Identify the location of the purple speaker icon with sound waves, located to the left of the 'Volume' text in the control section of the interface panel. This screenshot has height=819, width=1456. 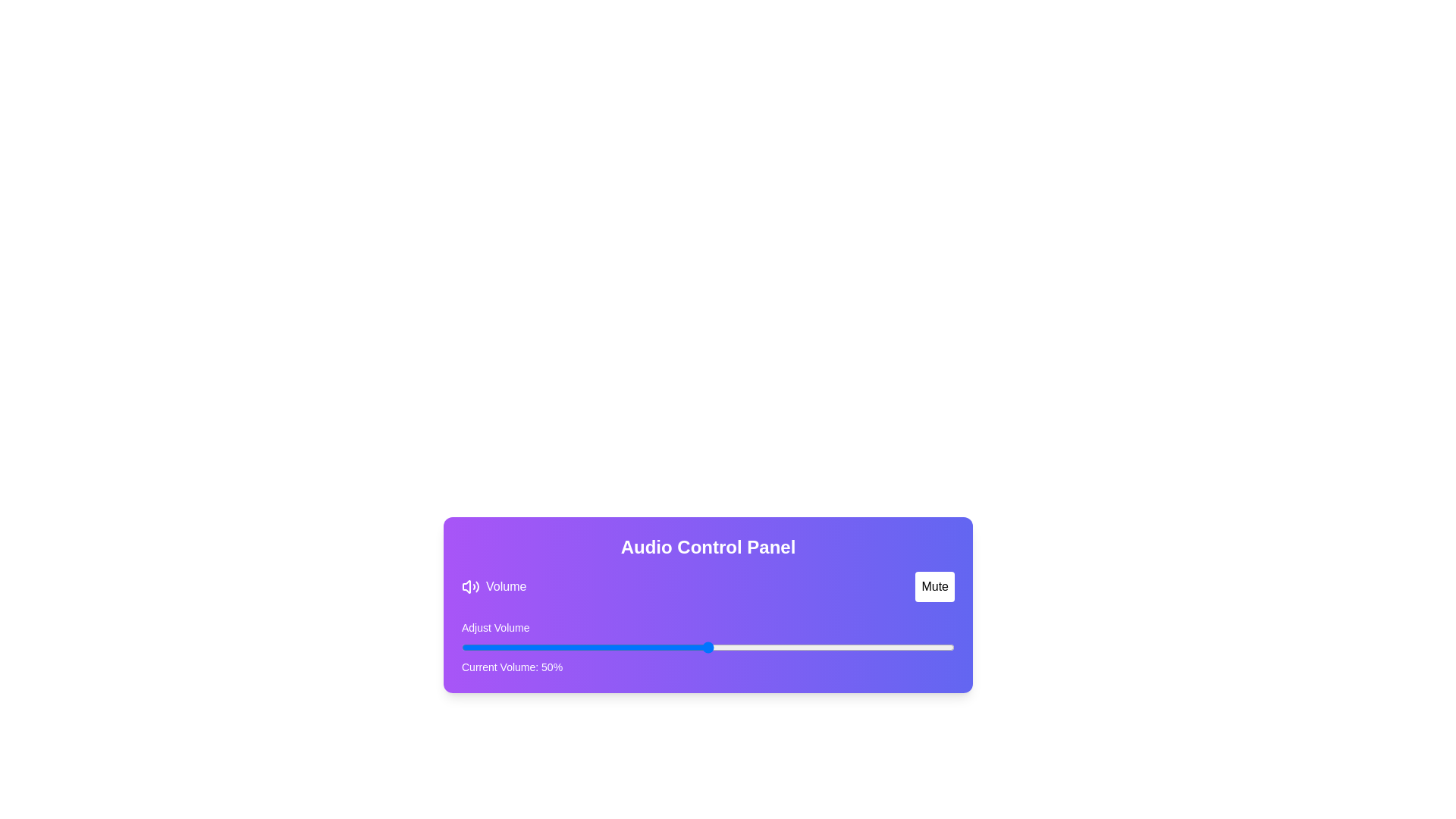
(469, 586).